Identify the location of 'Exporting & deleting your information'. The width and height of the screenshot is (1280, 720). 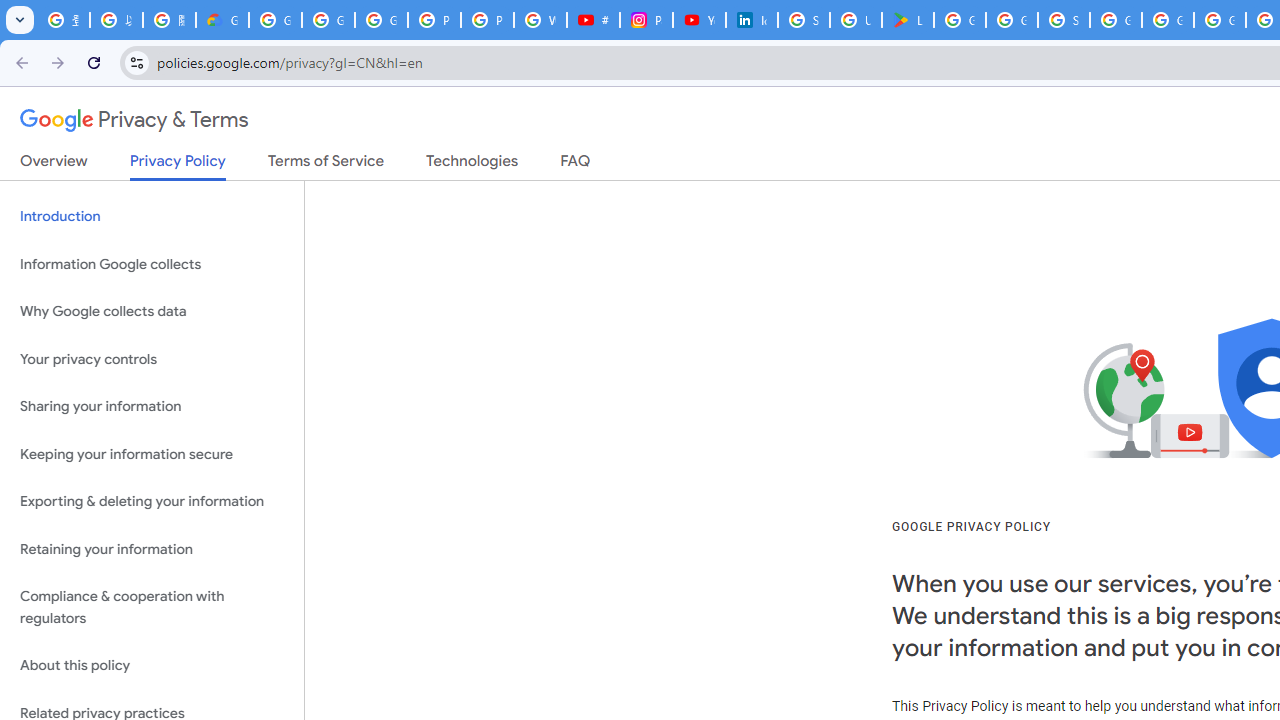
(151, 501).